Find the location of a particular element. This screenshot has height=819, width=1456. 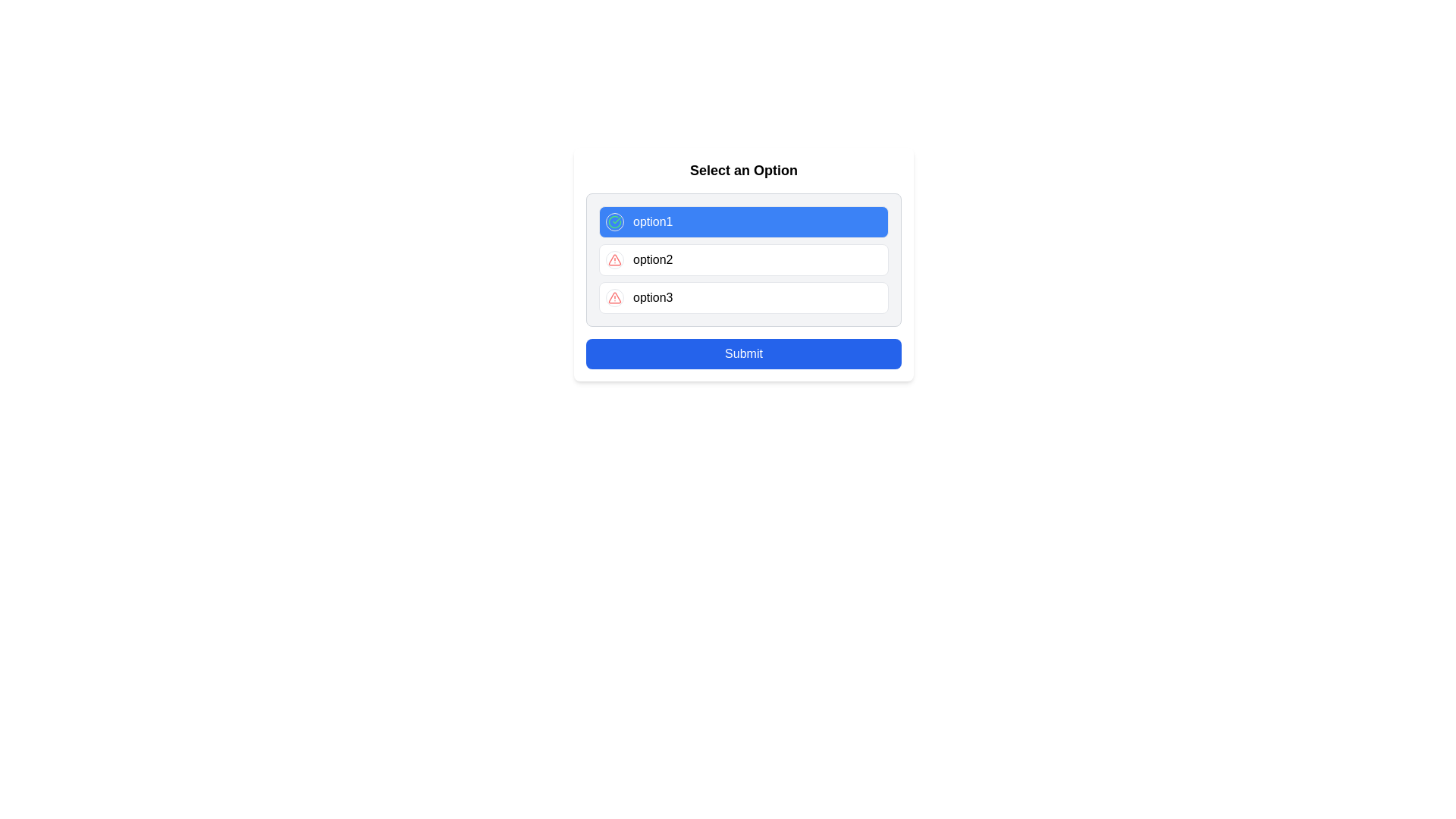

the selectable list item containing 'option2' with a red warning icon is located at coordinates (743, 263).